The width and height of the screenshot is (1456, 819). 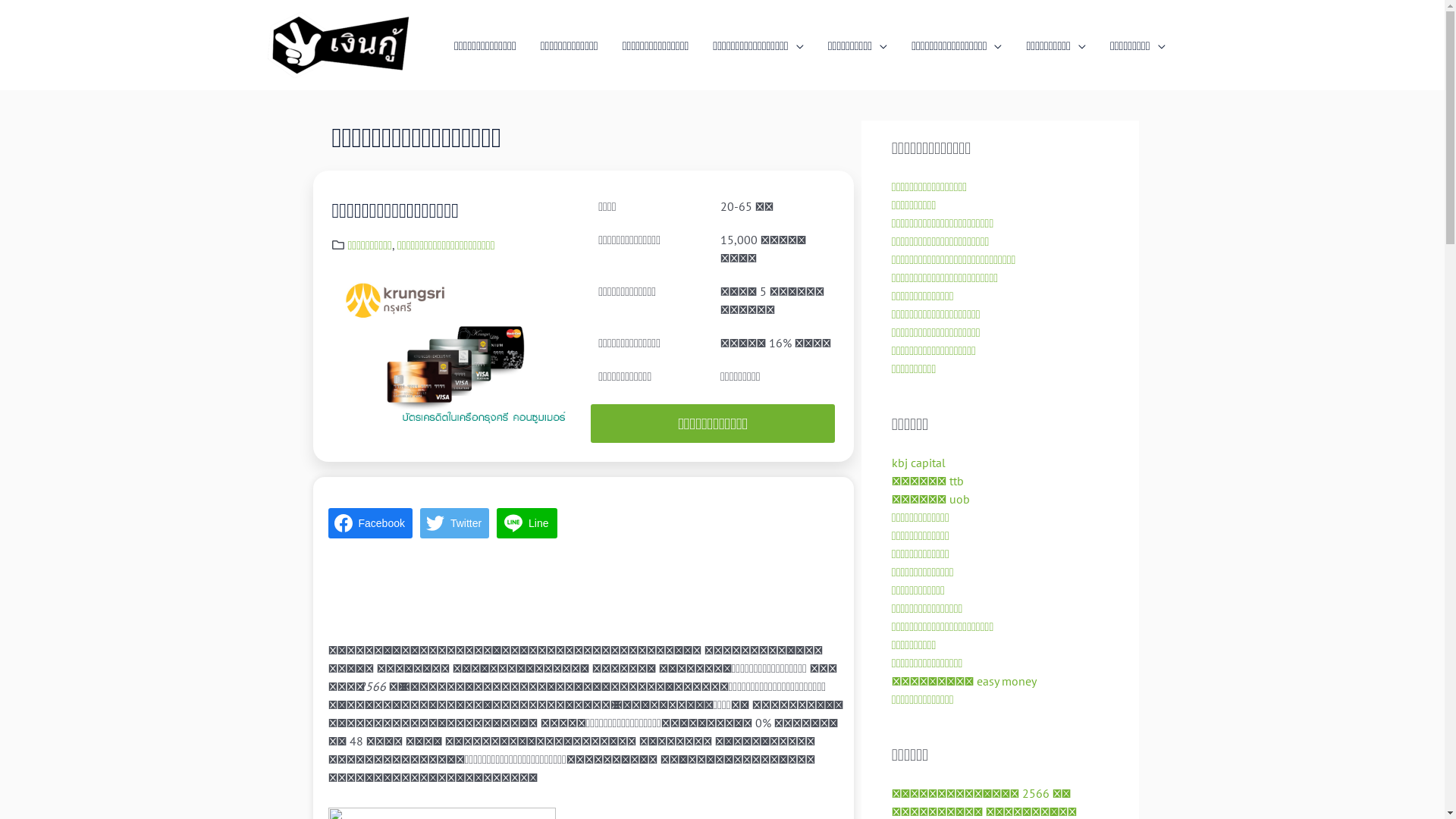 I want to click on 'Facebook', so click(x=369, y=522).